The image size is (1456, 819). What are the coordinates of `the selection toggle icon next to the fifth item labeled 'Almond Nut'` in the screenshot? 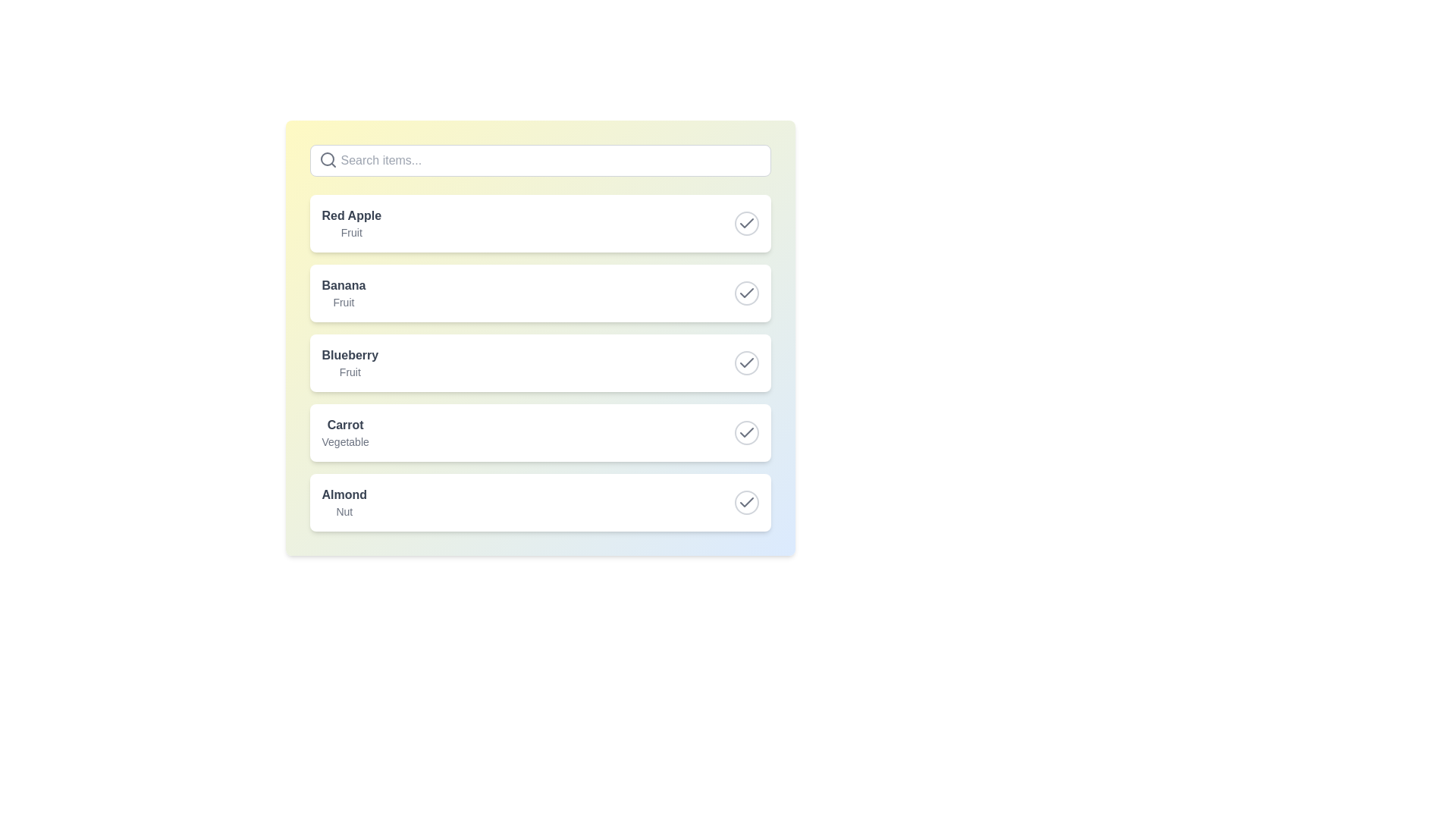 It's located at (746, 503).